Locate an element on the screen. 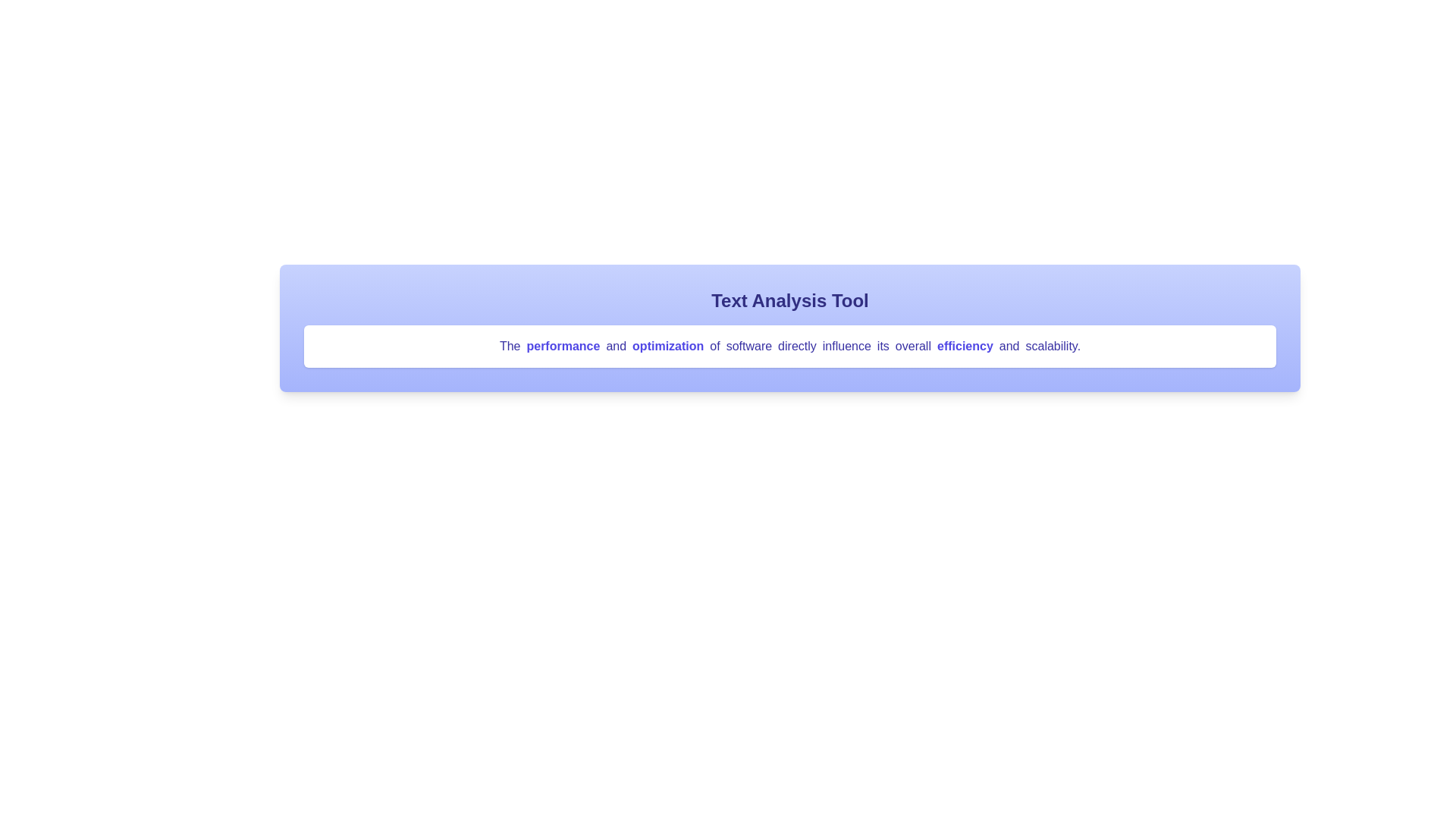  the text label that presents the term 'efficiency', which is the 11th word in the sentence describing software optimization within the 'Text Analysis Tool' panel is located at coordinates (964, 346).